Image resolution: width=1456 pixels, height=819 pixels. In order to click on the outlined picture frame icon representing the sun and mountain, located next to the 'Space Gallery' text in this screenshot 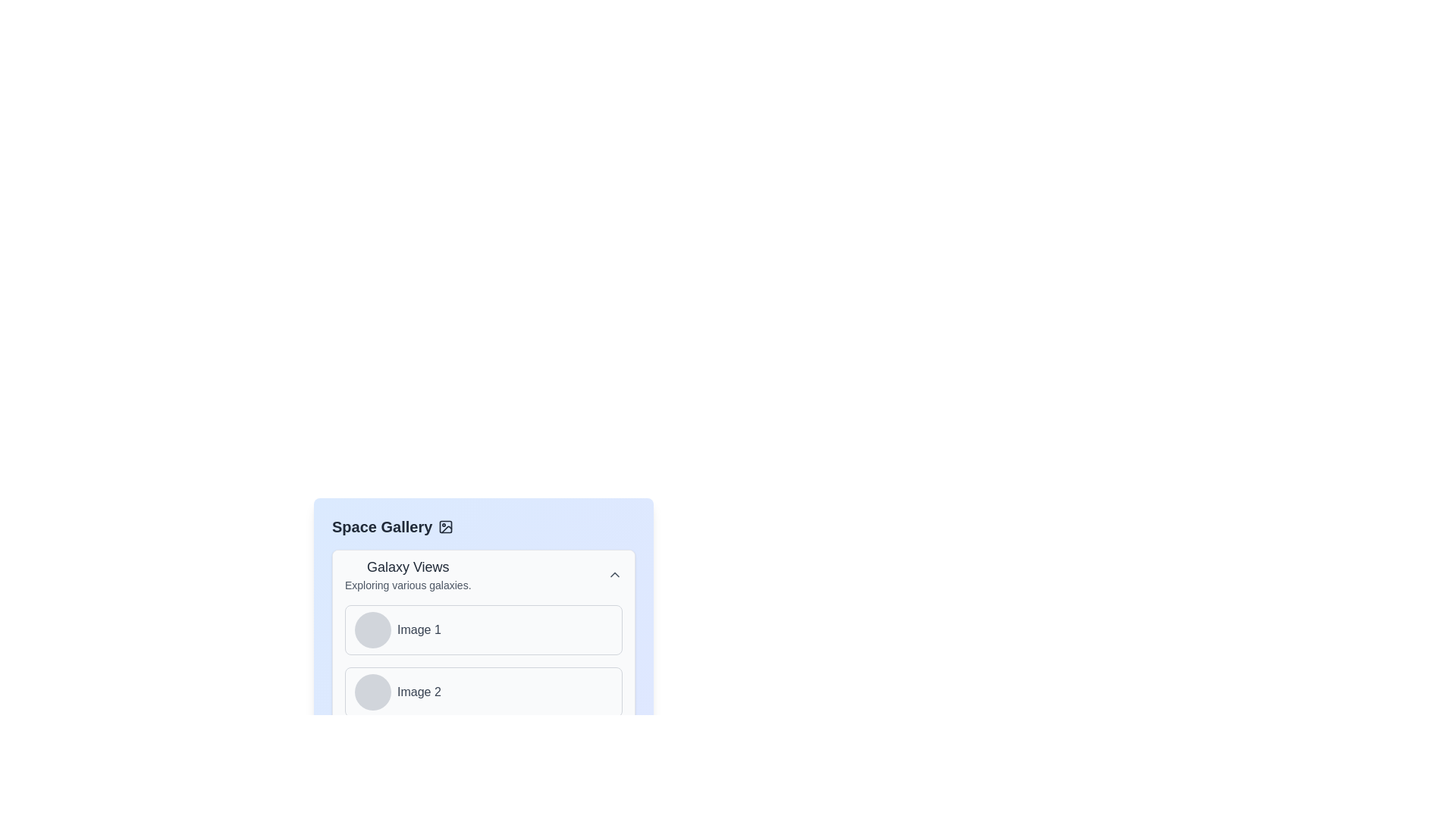, I will do `click(445, 526)`.